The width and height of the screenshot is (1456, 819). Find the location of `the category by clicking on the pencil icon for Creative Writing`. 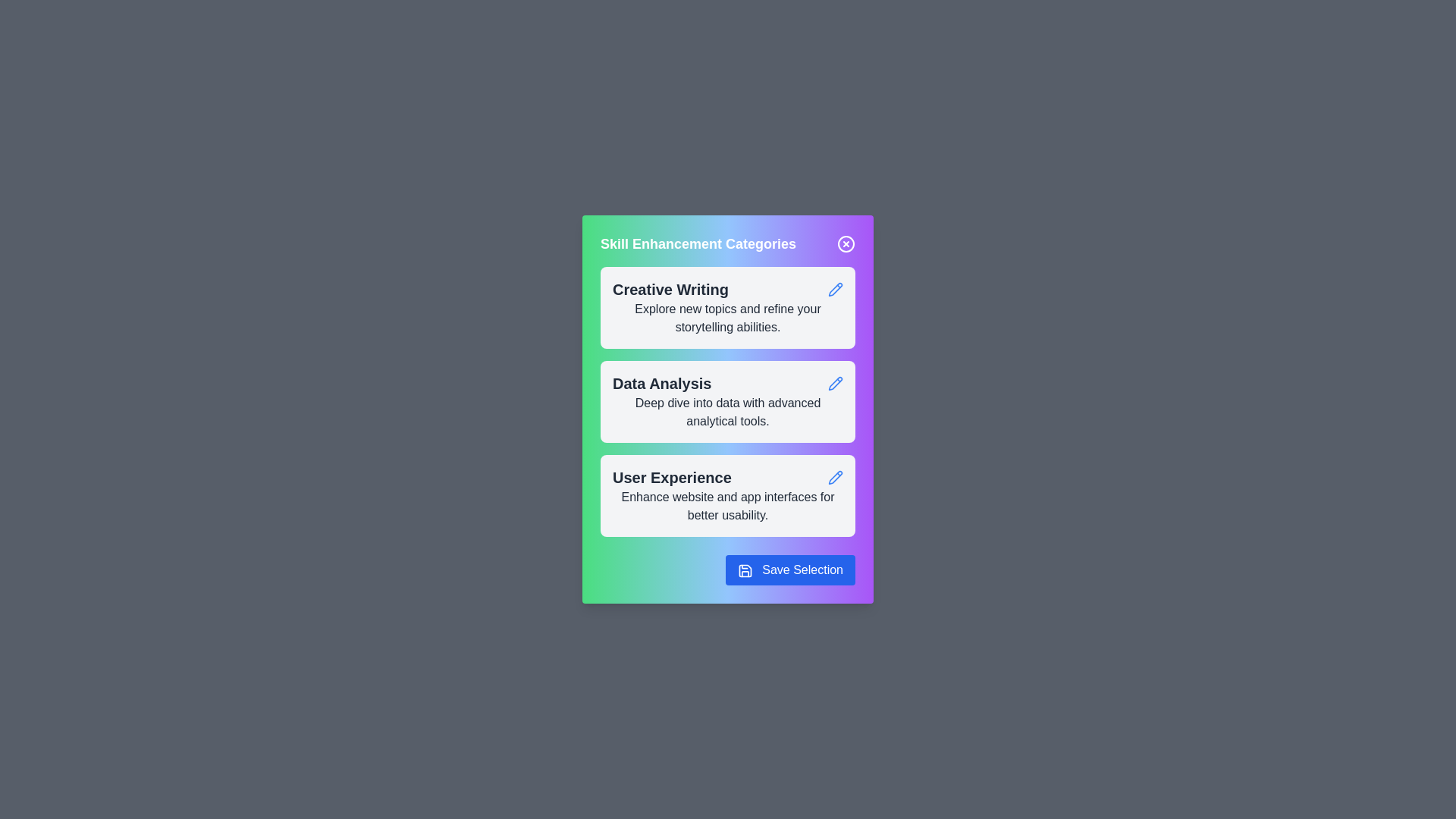

the category by clicking on the pencil icon for Creative Writing is located at coordinates (835, 289).